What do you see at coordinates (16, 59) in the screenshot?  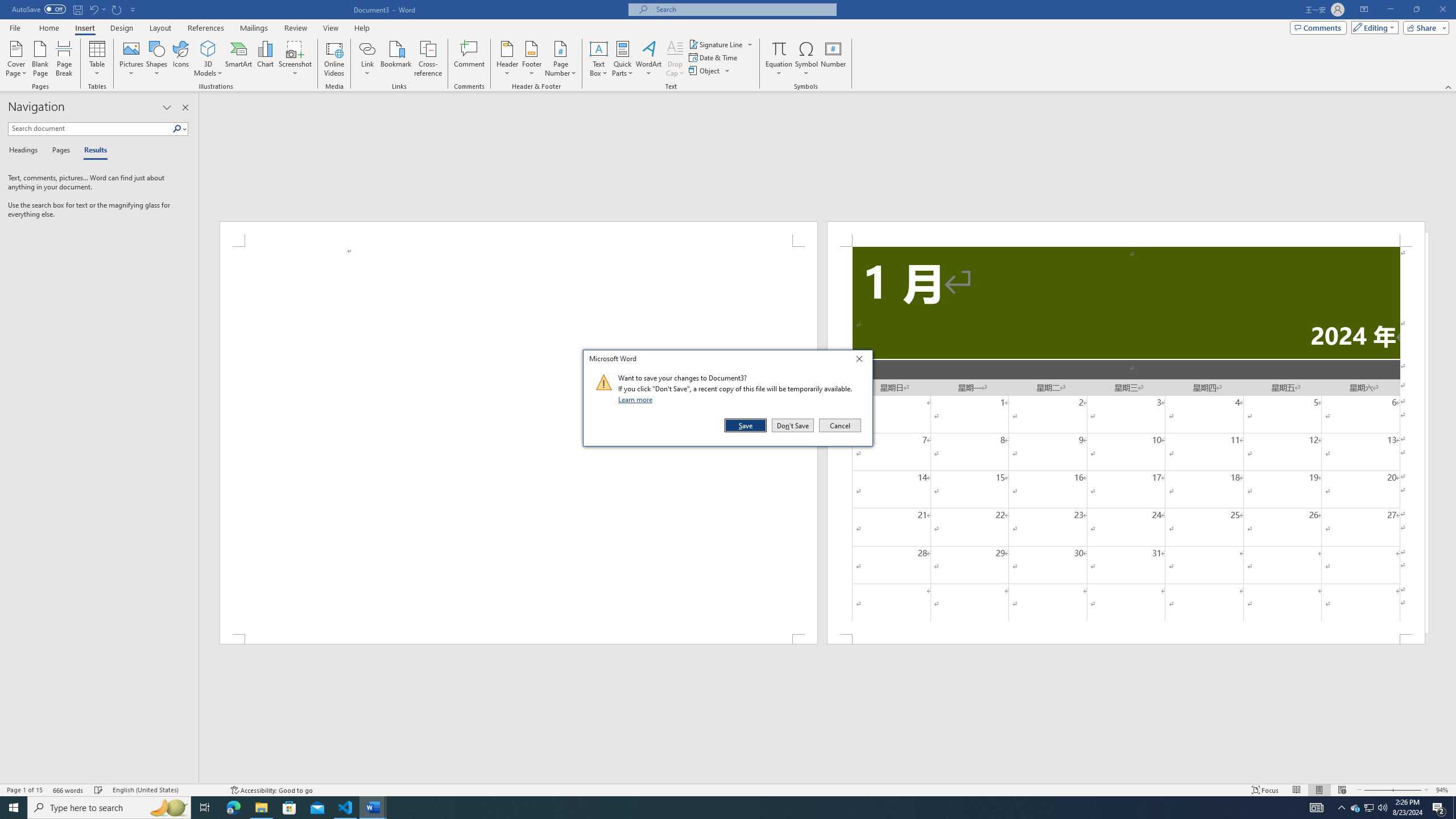 I see `'Cover Page'` at bounding box center [16, 59].